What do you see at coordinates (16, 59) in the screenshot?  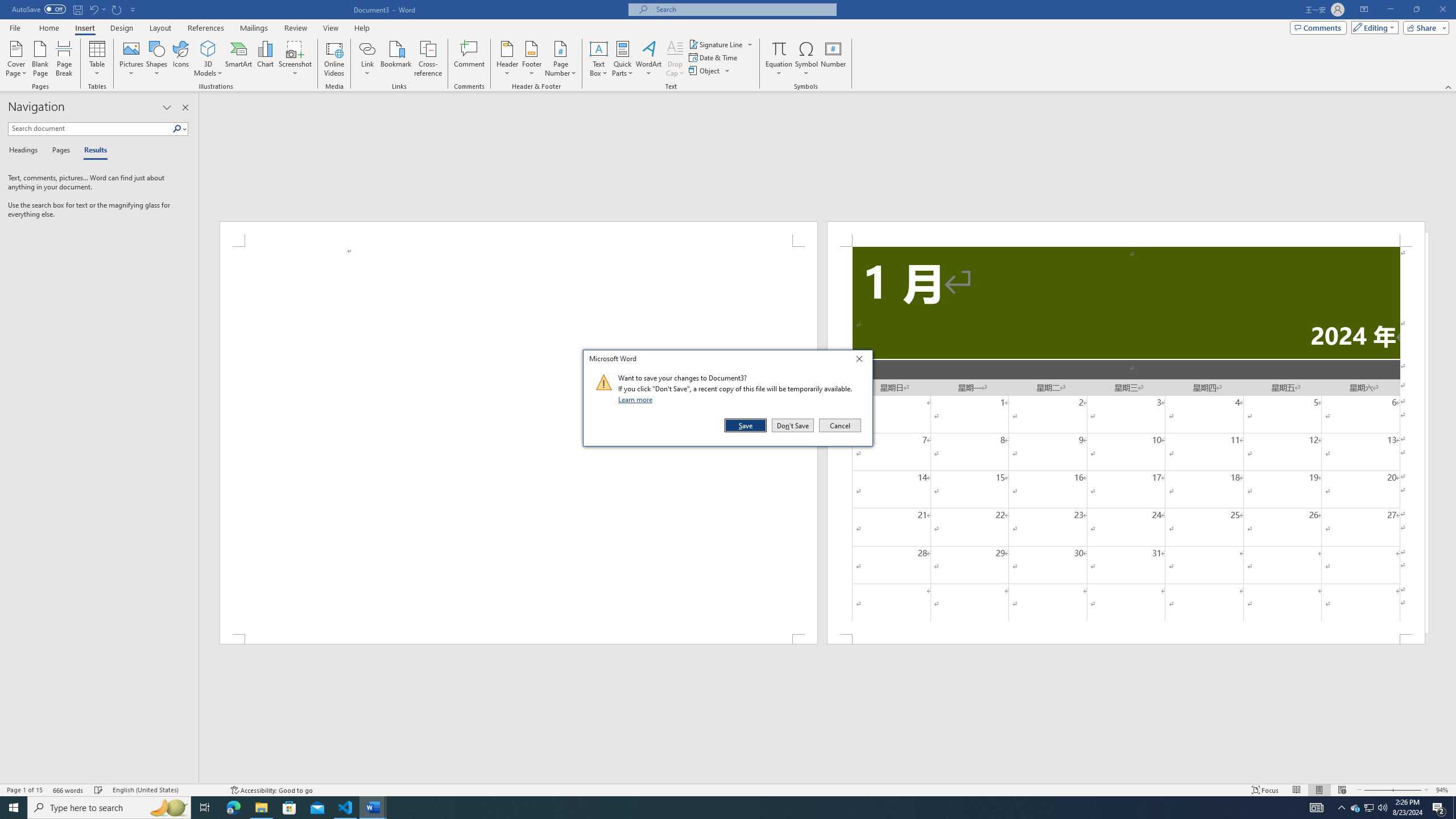 I see `'Cover Page'` at bounding box center [16, 59].